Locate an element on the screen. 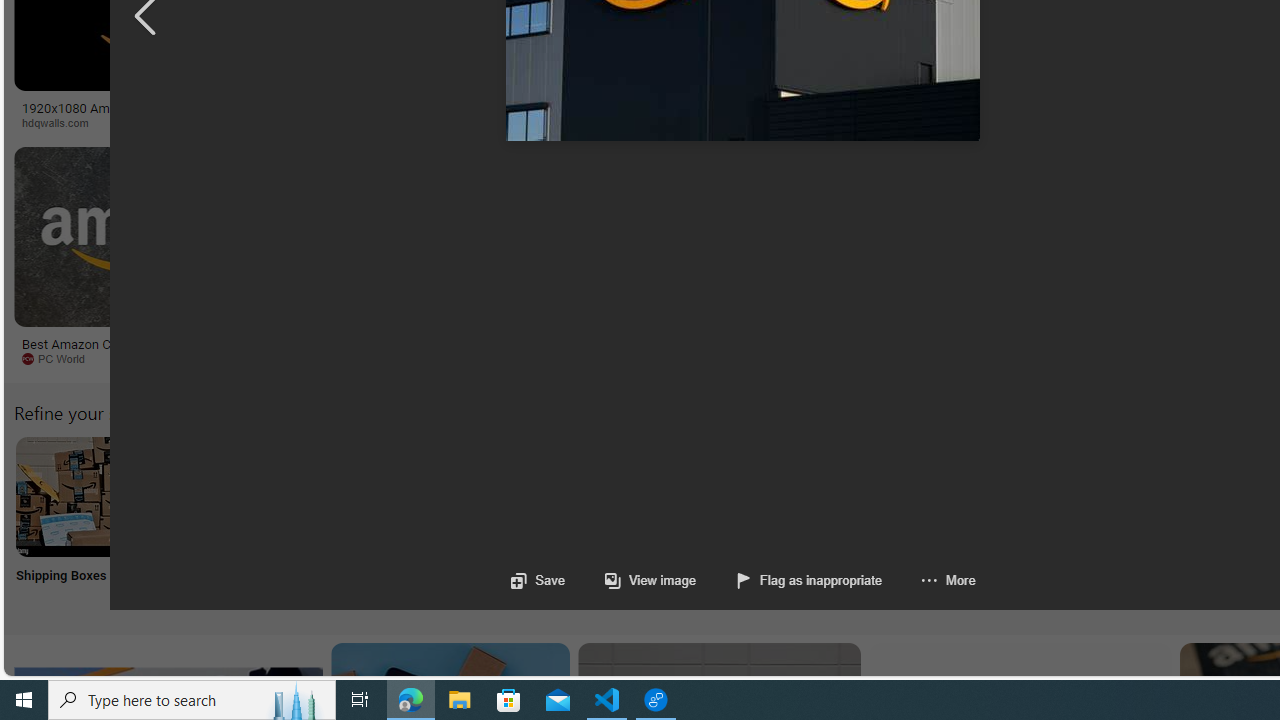 The image size is (1280, 720). 'View image' is located at coordinates (650, 580).